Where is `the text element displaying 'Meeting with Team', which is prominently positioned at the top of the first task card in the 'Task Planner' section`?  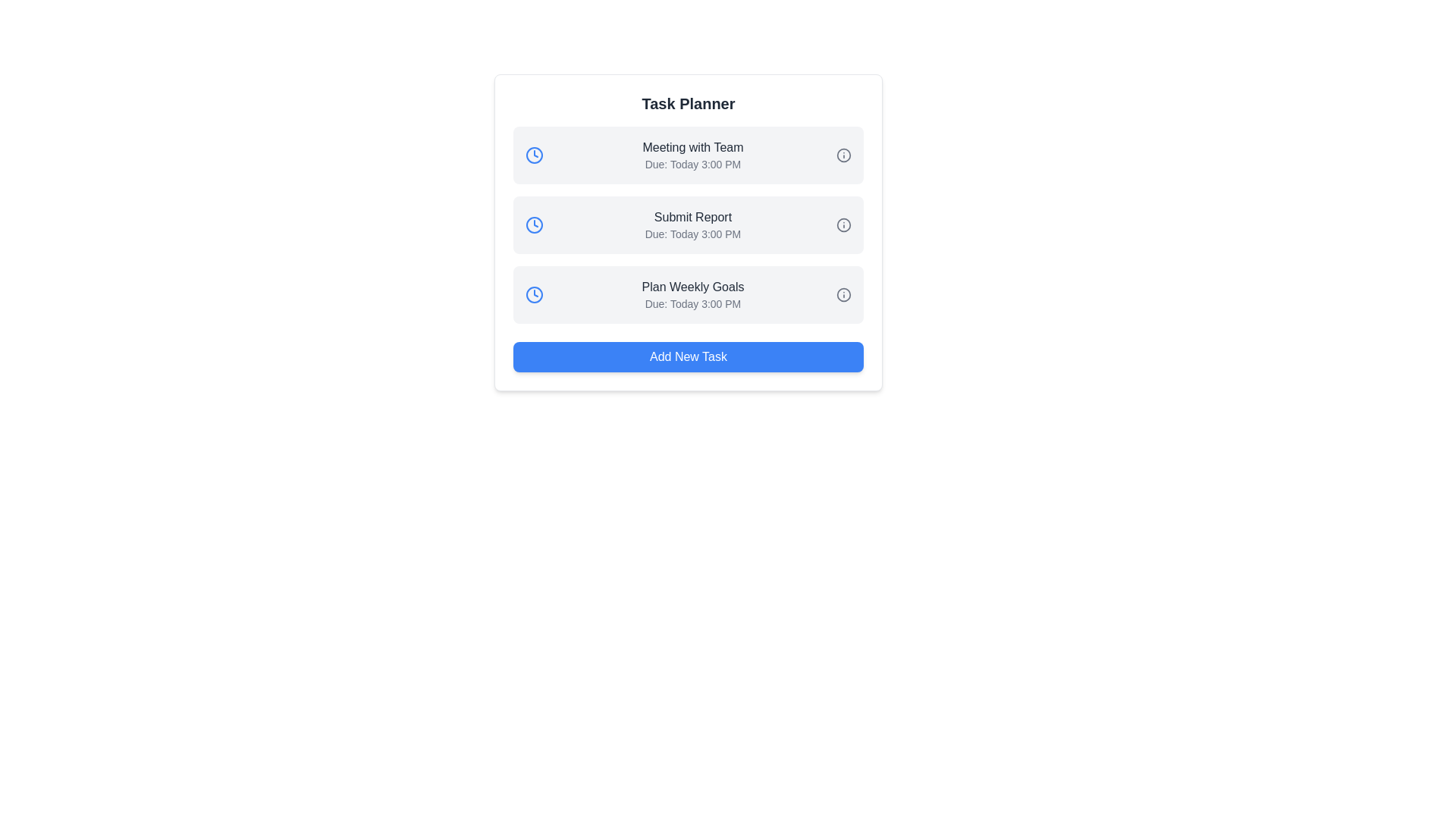 the text element displaying 'Meeting with Team', which is prominently positioned at the top of the first task card in the 'Task Planner' section is located at coordinates (692, 148).